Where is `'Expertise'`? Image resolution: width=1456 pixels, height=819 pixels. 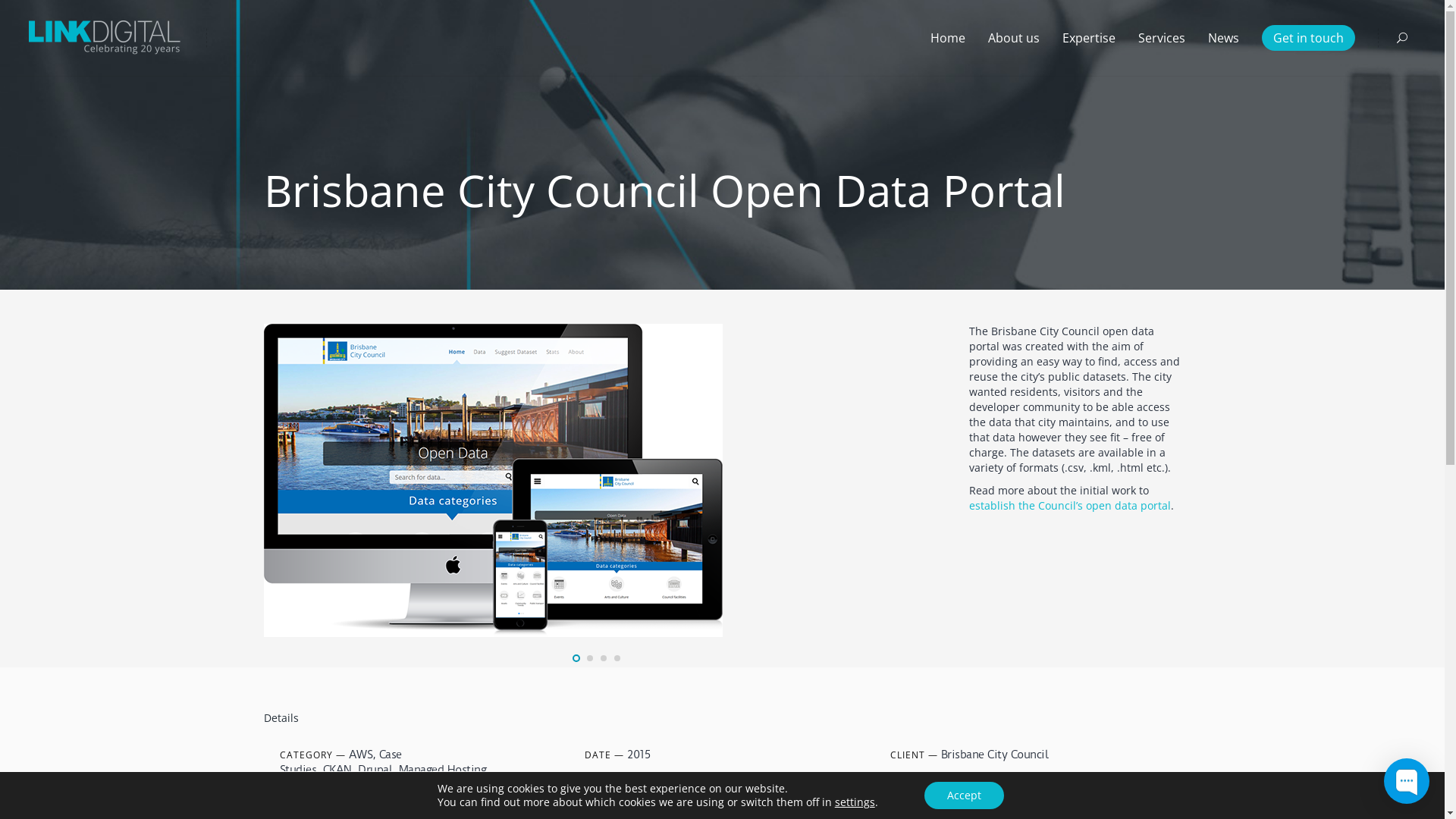 'Expertise' is located at coordinates (1087, 37).